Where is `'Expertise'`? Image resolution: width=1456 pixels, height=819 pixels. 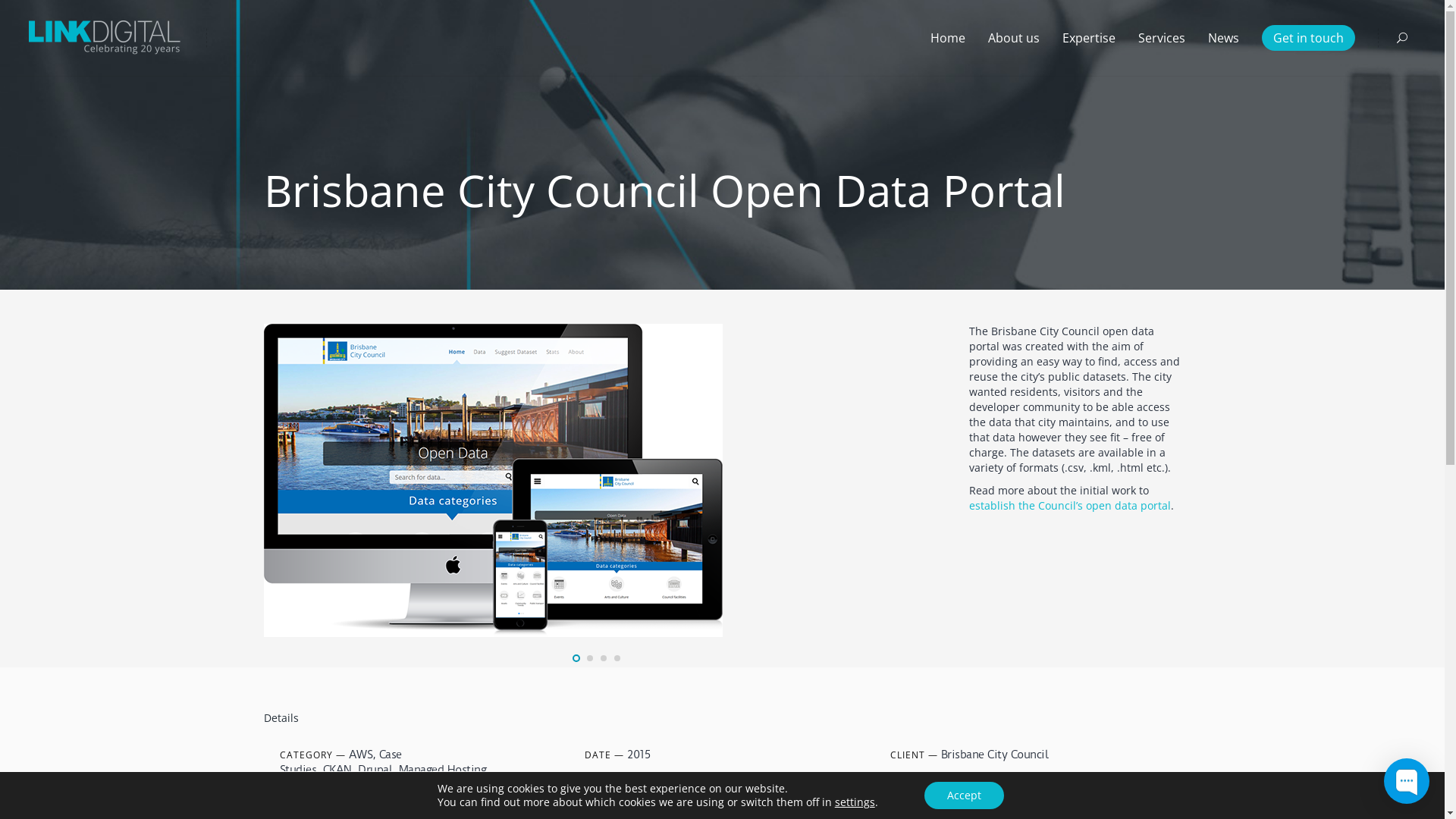 'Expertise' is located at coordinates (1087, 37).